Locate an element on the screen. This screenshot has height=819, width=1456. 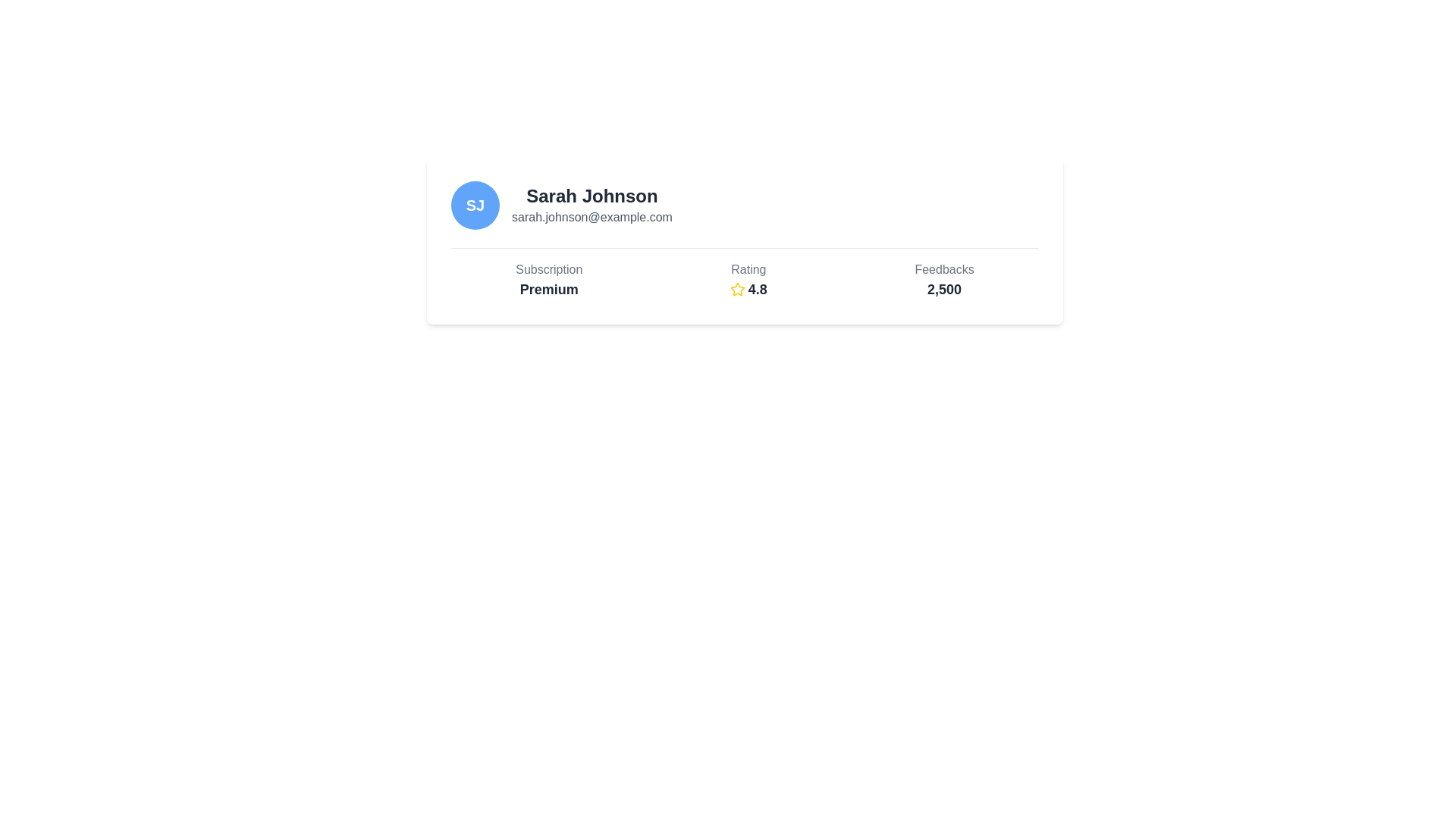
the 'Premium' subscription label located in the leftmost section of the card-like structure, which is the first of three vertically aligned text items is located at coordinates (548, 281).